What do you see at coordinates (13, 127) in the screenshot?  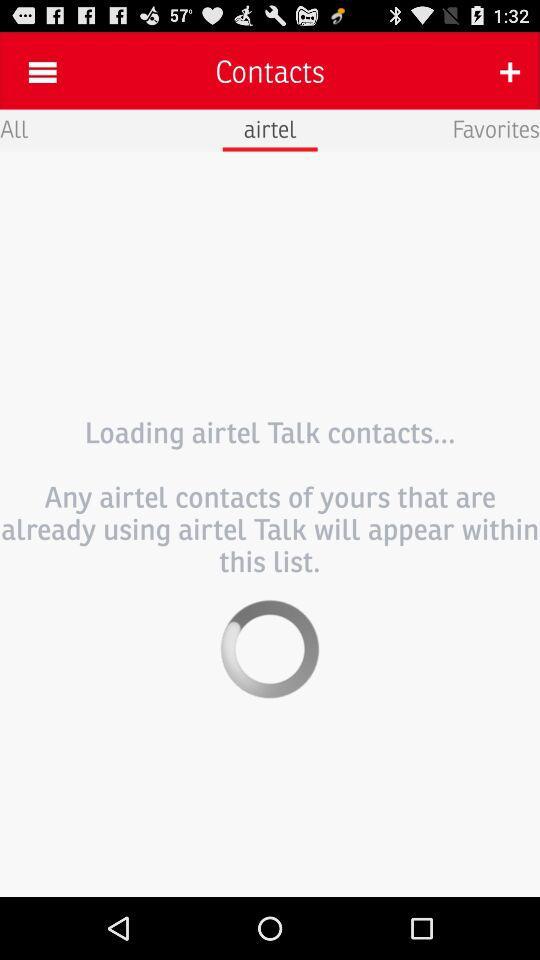 I see `app above loading airtel talk item` at bounding box center [13, 127].